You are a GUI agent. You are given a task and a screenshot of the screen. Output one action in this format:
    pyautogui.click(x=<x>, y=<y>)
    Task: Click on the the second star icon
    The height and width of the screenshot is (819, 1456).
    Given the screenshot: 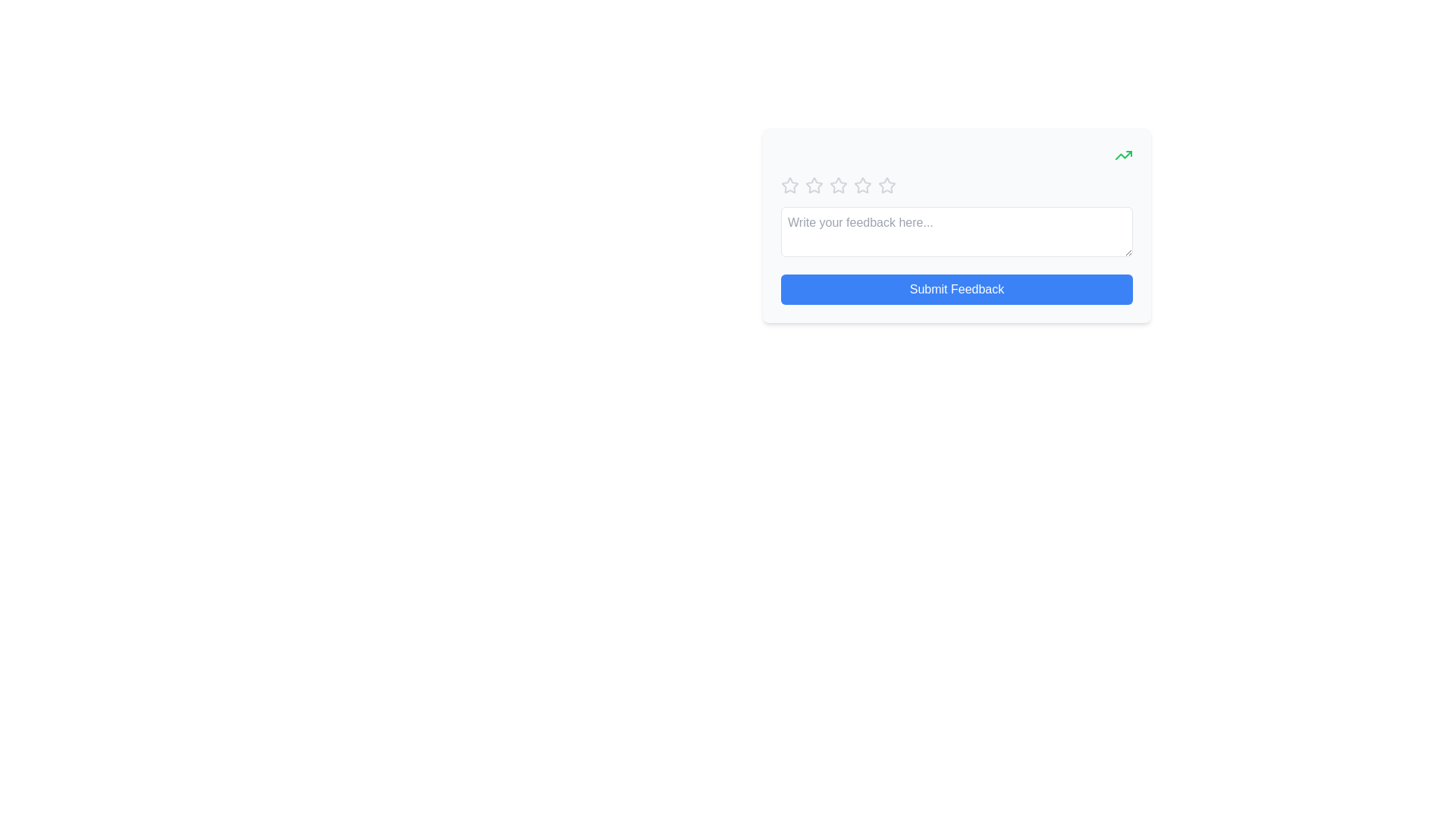 What is the action you would take?
    pyautogui.click(x=814, y=185)
    